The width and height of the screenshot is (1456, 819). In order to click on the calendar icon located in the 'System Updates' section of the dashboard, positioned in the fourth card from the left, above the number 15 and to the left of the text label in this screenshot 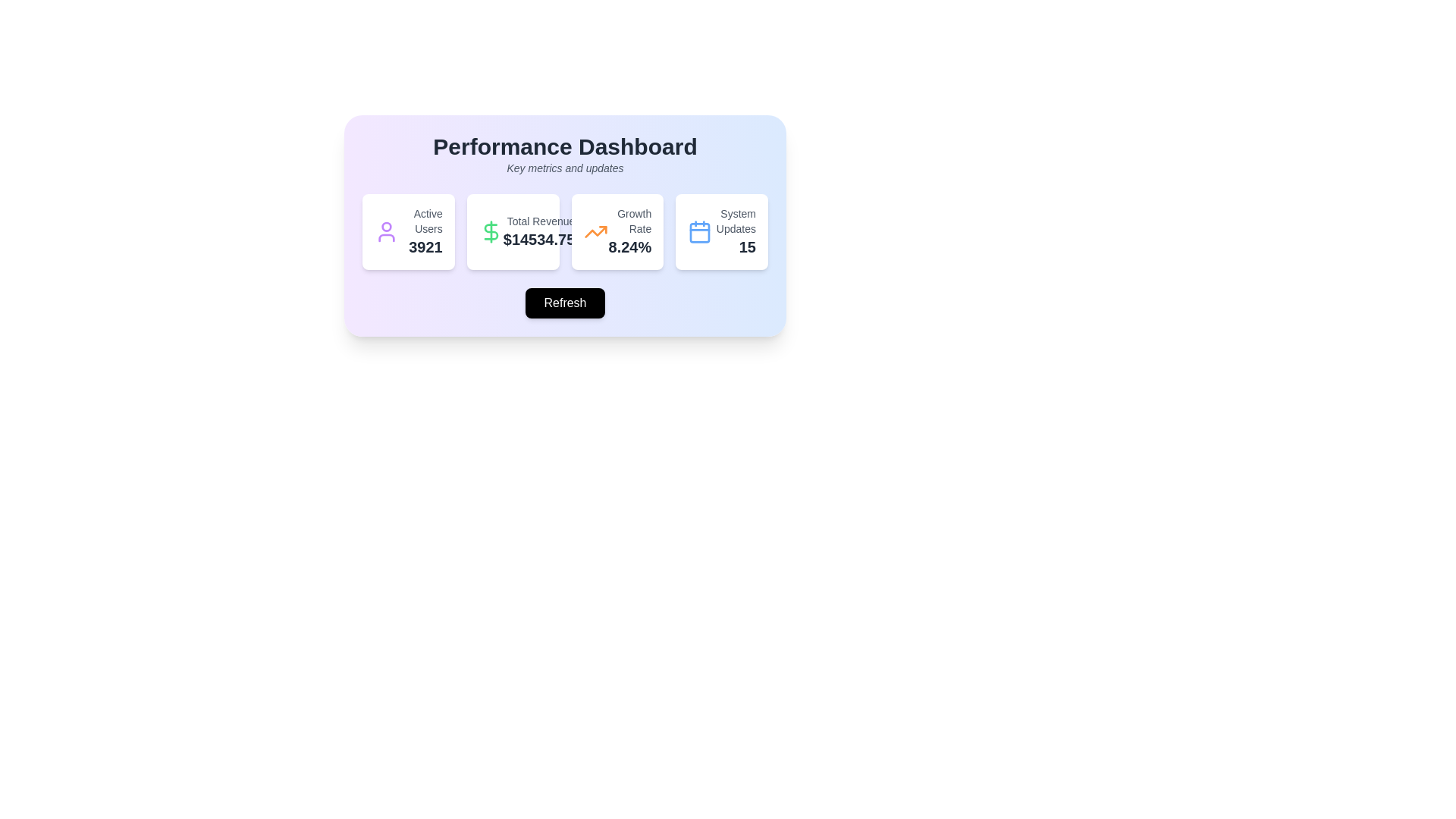, I will do `click(699, 231)`.